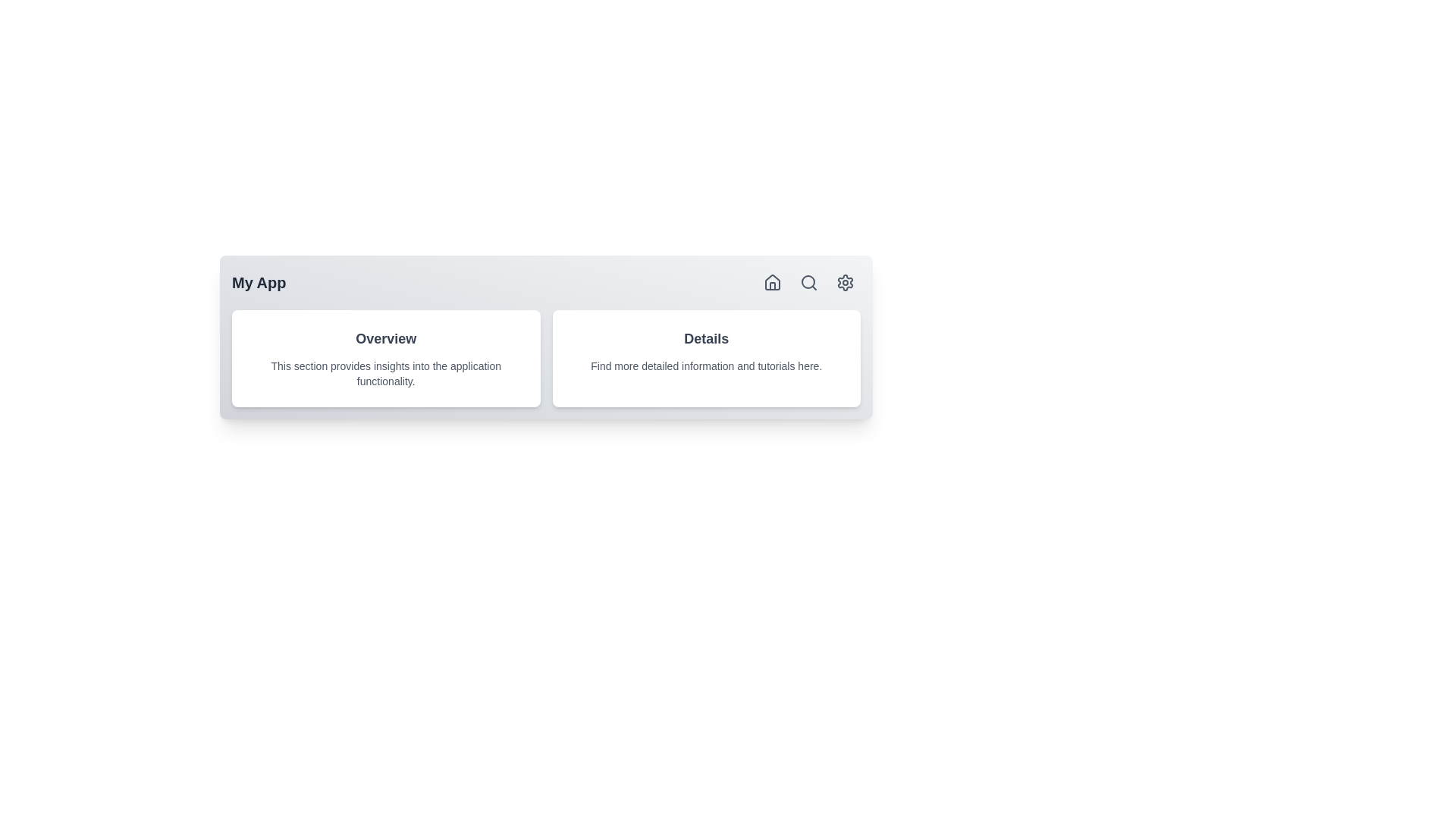 The width and height of the screenshot is (1456, 819). What do you see at coordinates (807, 281) in the screenshot?
I see `the inner circle of the magnifying glass icon, which is part of the search icon located in the top right of the application interface` at bounding box center [807, 281].